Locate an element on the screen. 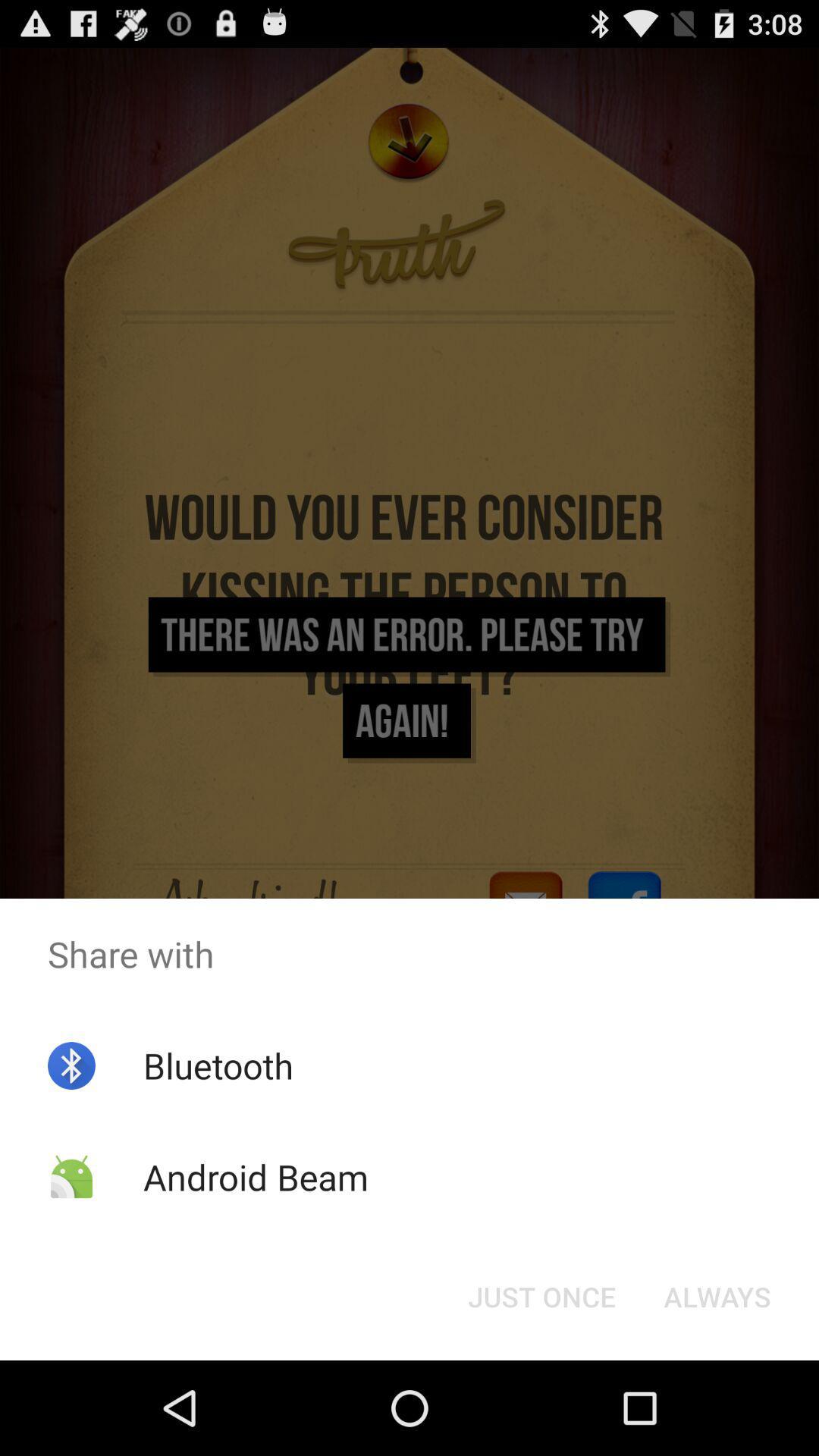  the item below the share with icon is located at coordinates (541, 1295).